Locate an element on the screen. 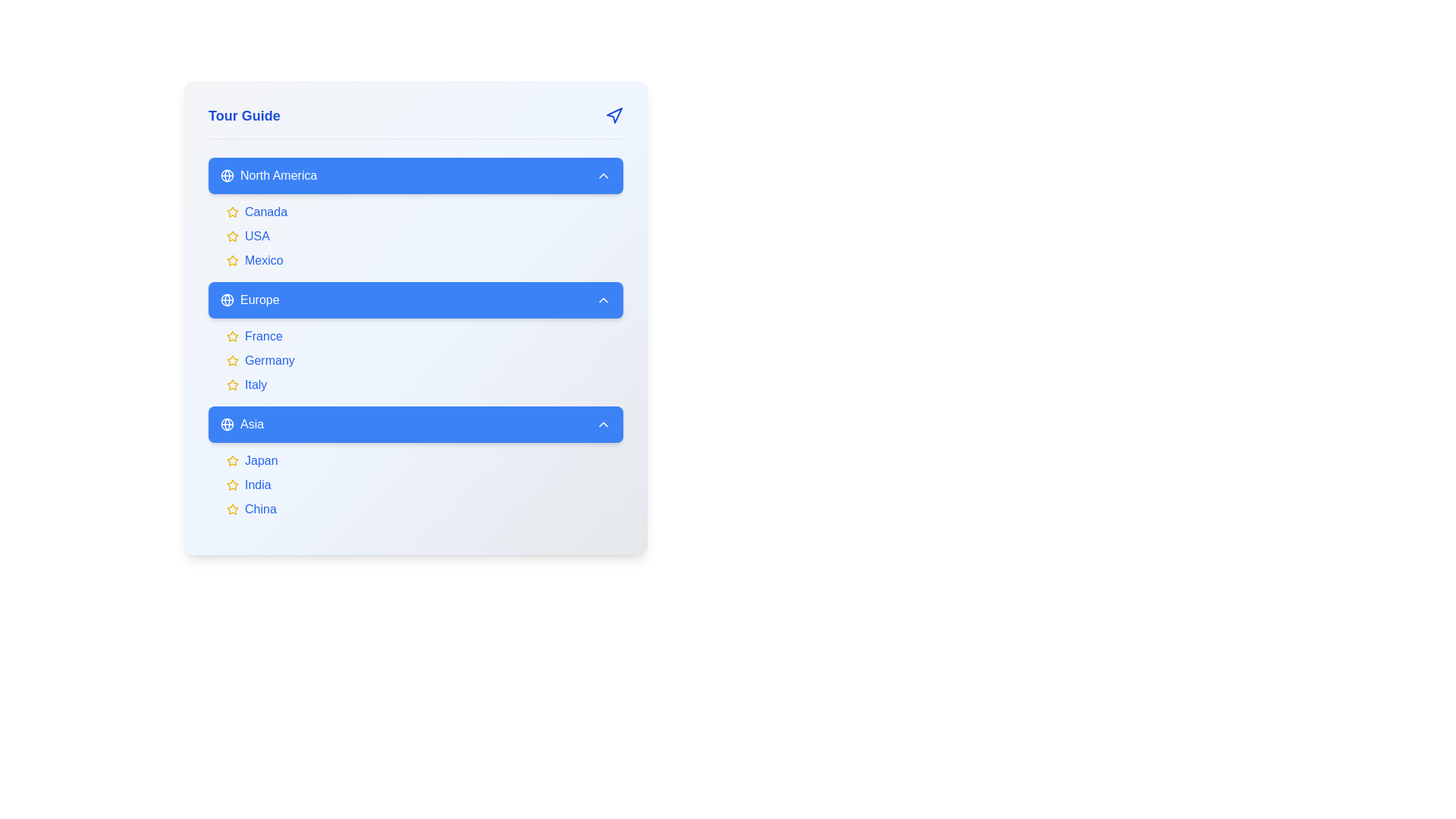  the inner vertical elliptical line of the globe icon located next to the 'Asia' label is located at coordinates (226, 424).